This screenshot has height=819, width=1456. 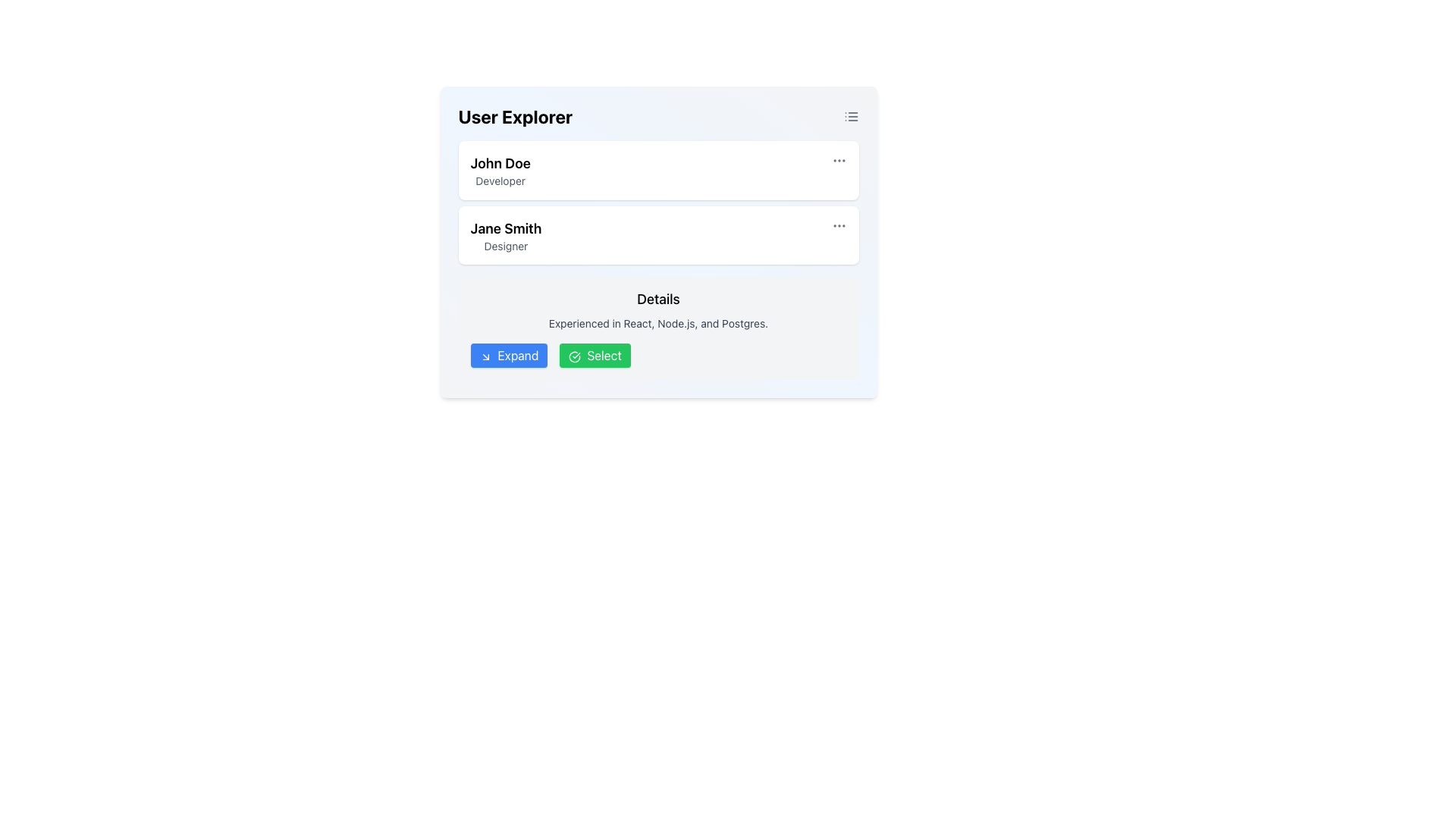 I want to click on the small light gray list icon located at the far-right of the 'User Explorer' header section, so click(x=851, y=116).